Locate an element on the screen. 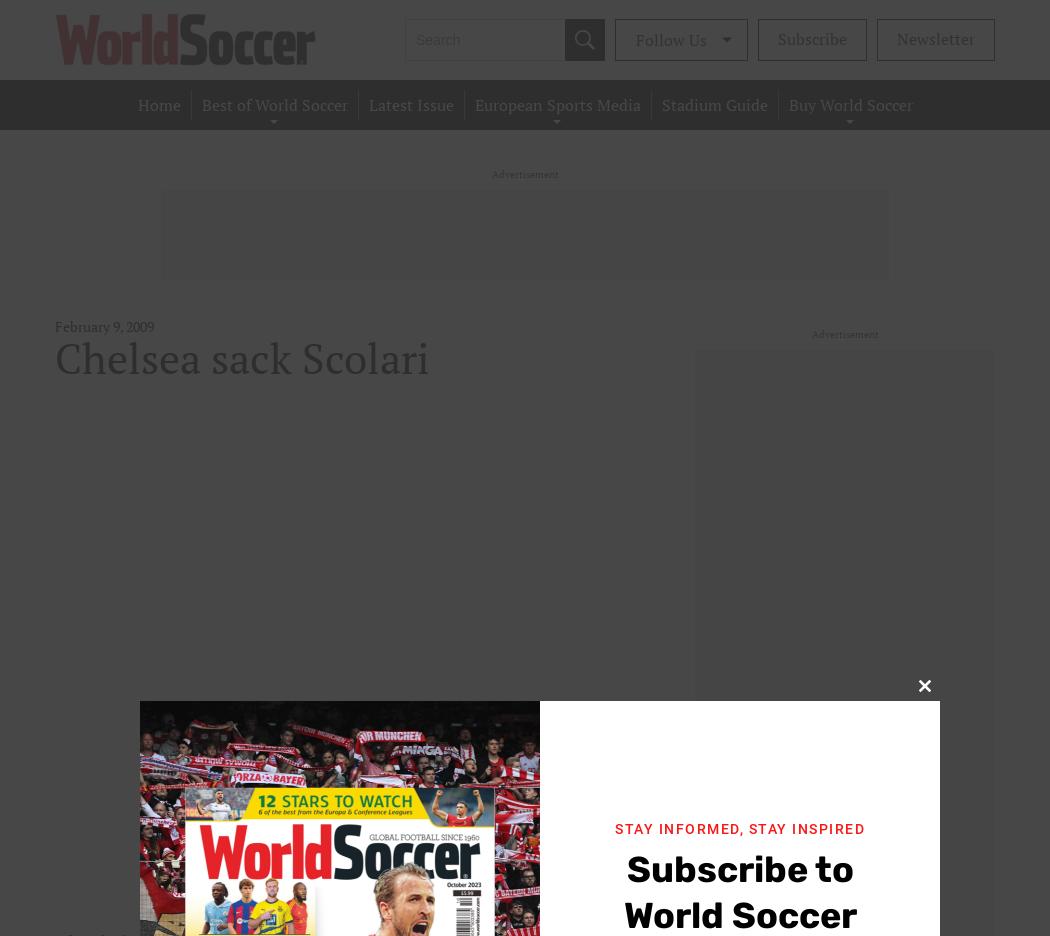  'Newsletter' is located at coordinates (935, 38).